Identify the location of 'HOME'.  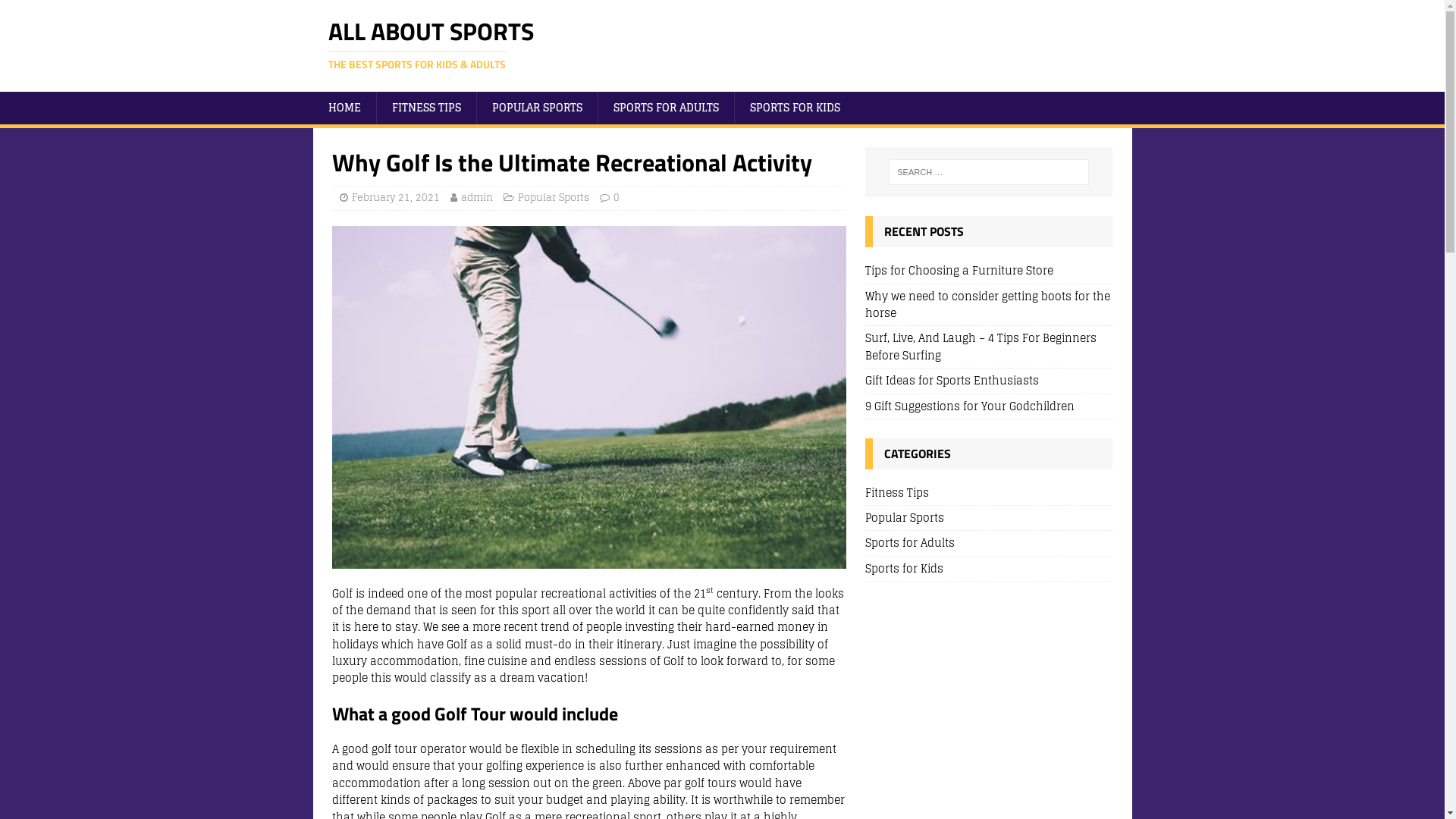
(343, 107).